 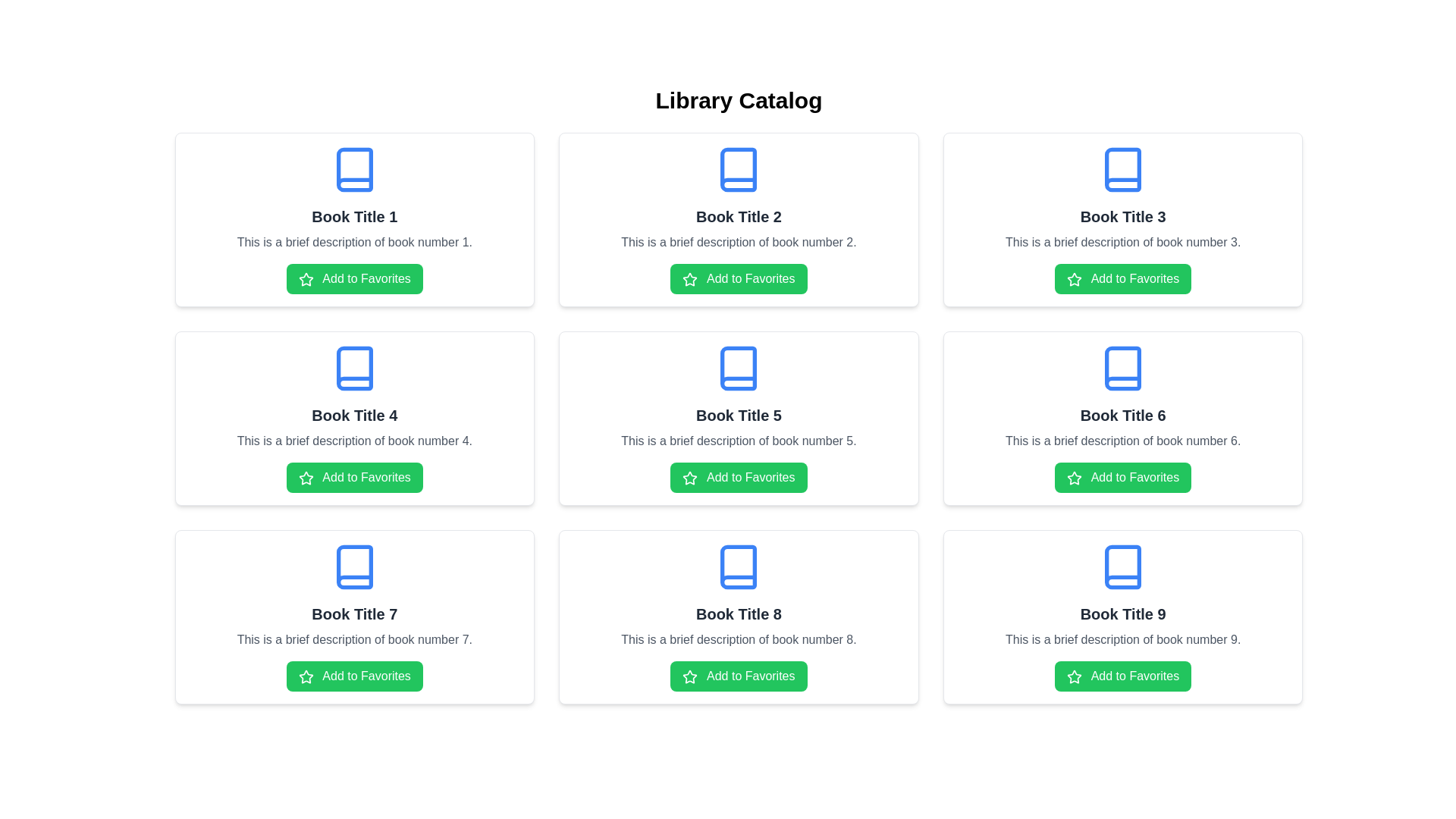 What do you see at coordinates (353, 242) in the screenshot?
I see `text description that says 'This is a brief description of book number 1.' It is styled in gray and located beneath 'Book Title 1' and above the 'Add to Favorites' button` at bounding box center [353, 242].